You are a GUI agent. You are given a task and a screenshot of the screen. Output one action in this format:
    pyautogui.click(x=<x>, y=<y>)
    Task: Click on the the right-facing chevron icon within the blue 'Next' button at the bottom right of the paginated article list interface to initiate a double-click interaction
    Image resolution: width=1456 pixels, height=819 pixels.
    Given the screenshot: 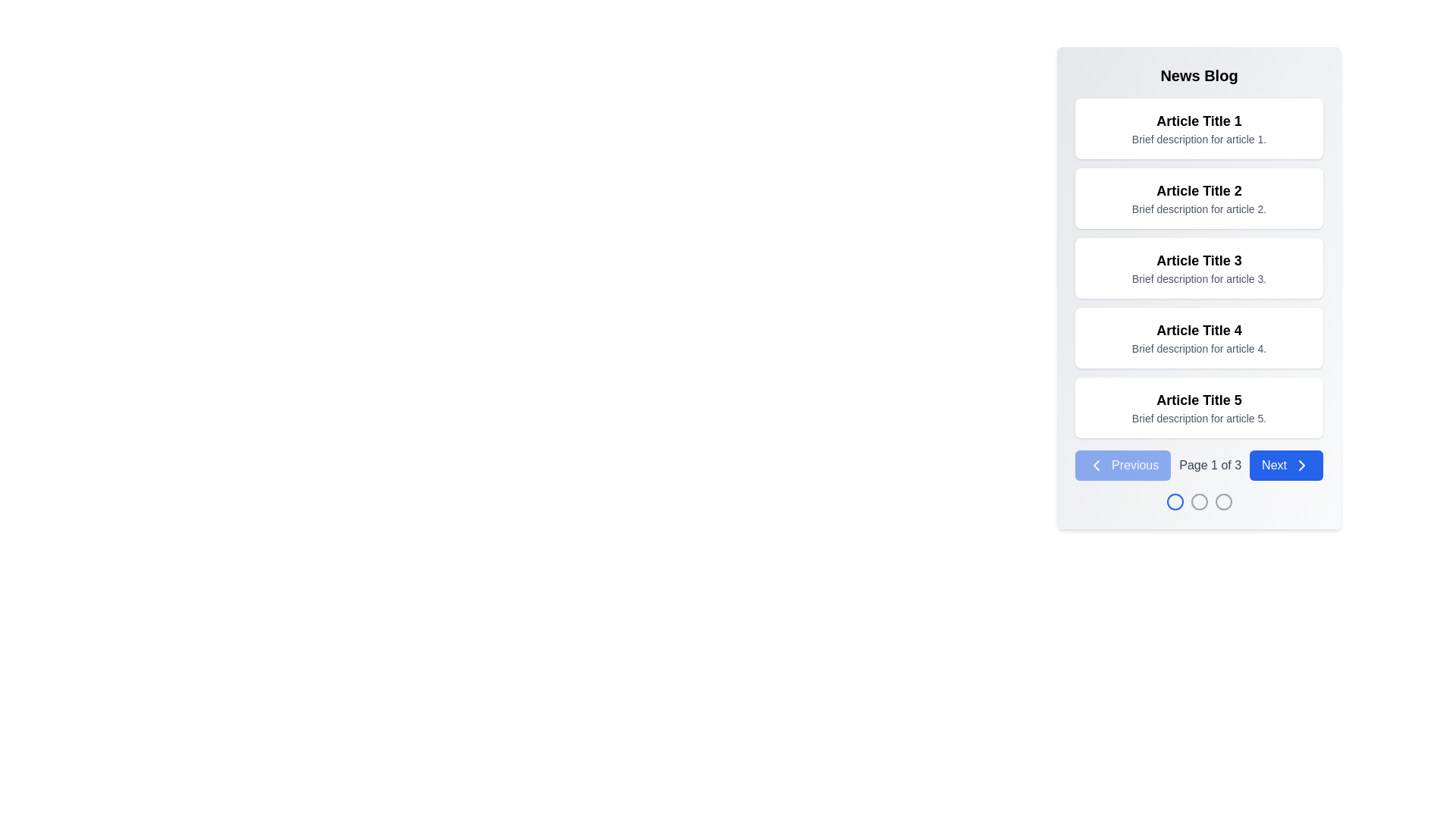 What is the action you would take?
    pyautogui.click(x=1301, y=464)
    